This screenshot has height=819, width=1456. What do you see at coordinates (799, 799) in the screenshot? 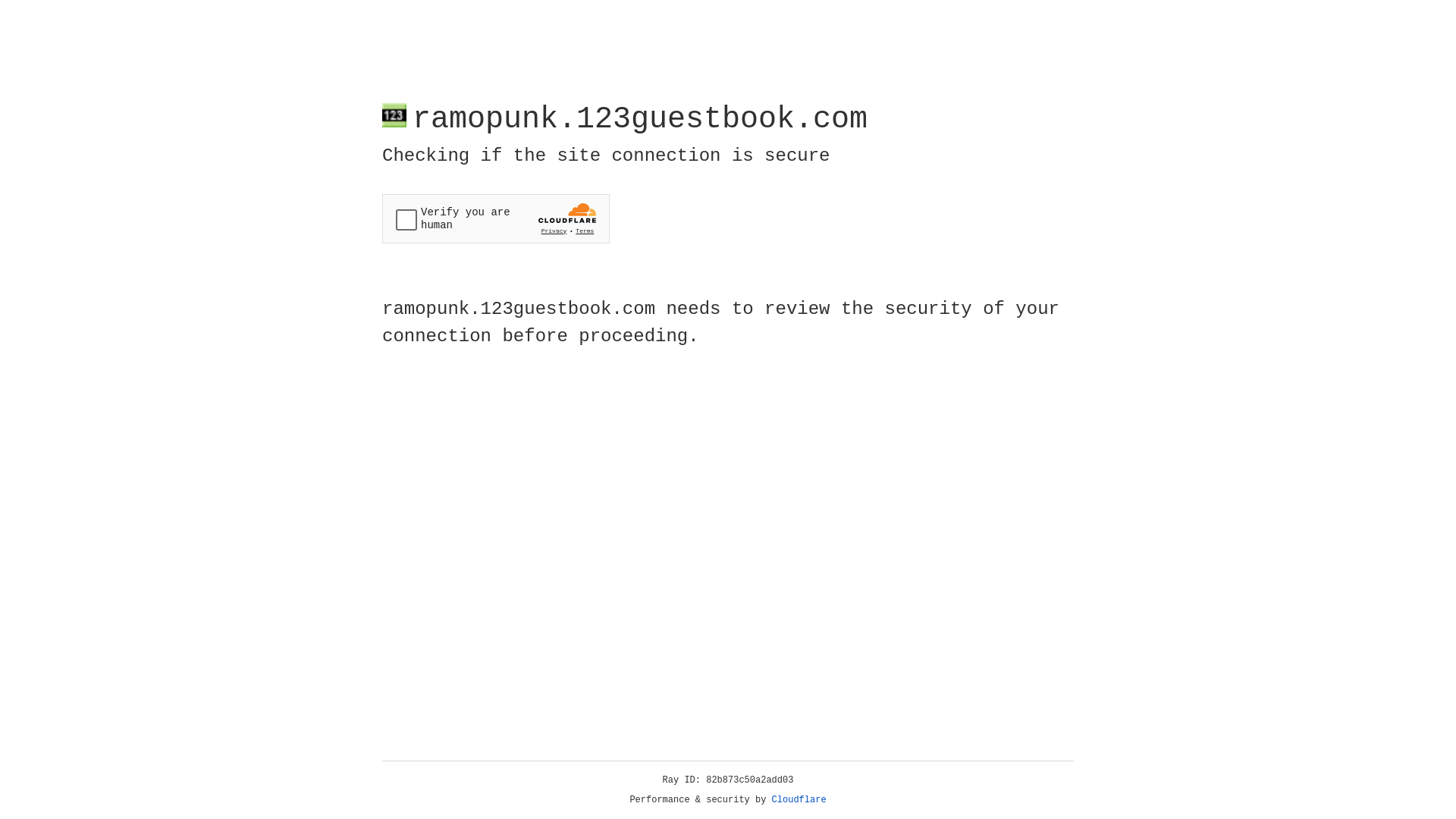
I see `'Cloudflare'` at bounding box center [799, 799].